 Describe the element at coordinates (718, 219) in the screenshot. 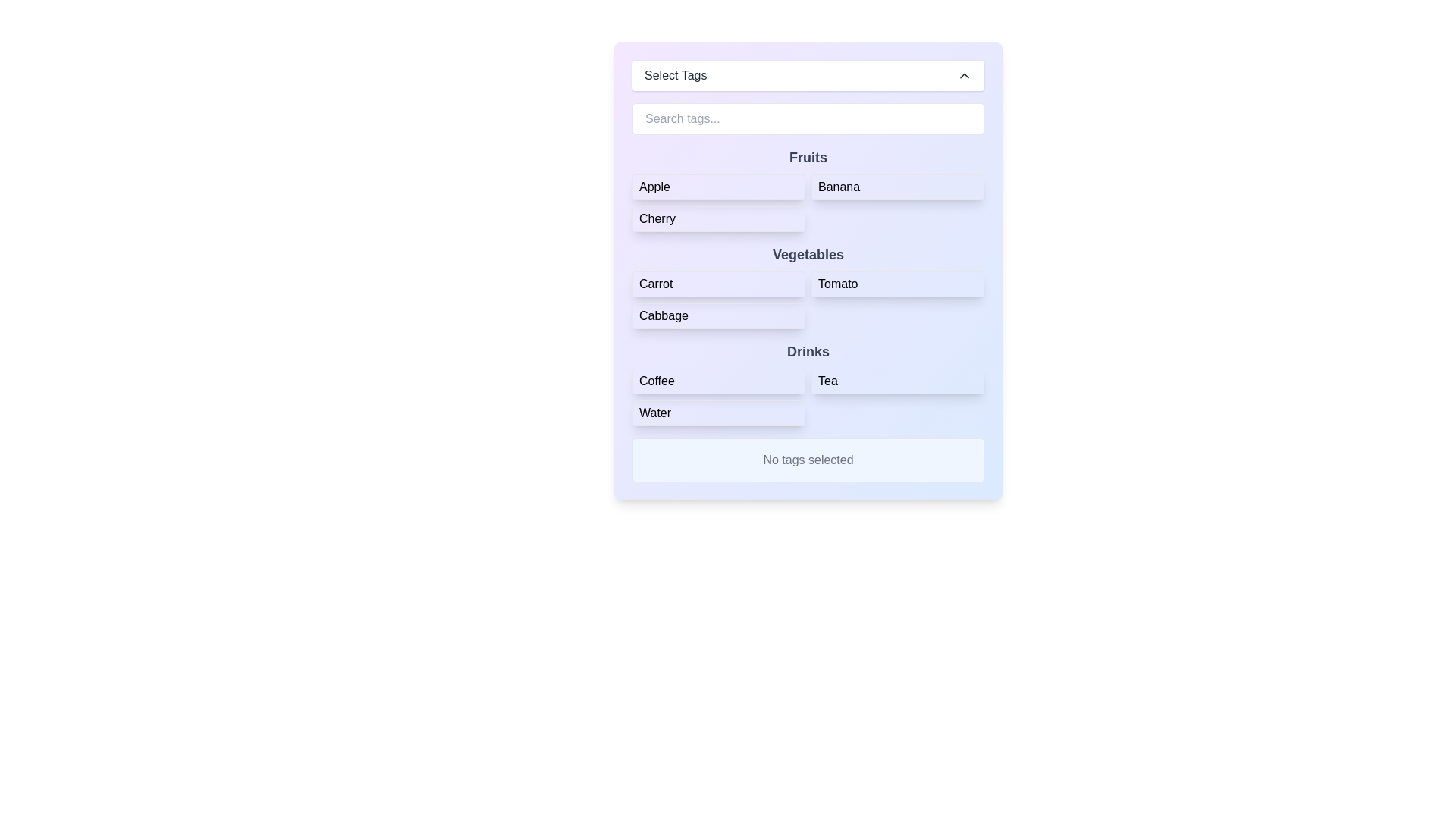

I see `the selectable button labeled 'Cherry'` at that location.